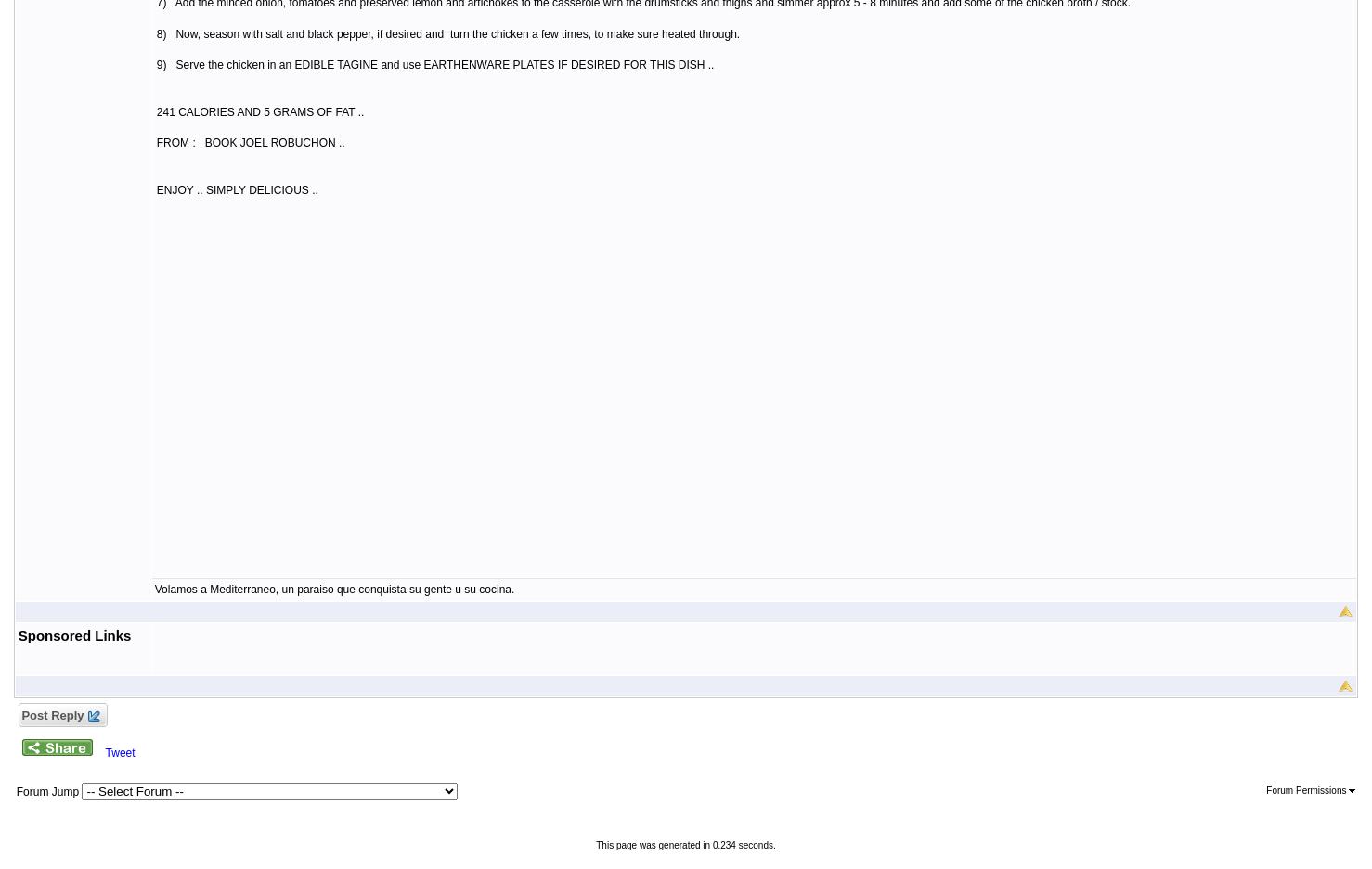  What do you see at coordinates (18, 714) in the screenshot?
I see `'Post Reply'` at bounding box center [18, 714].